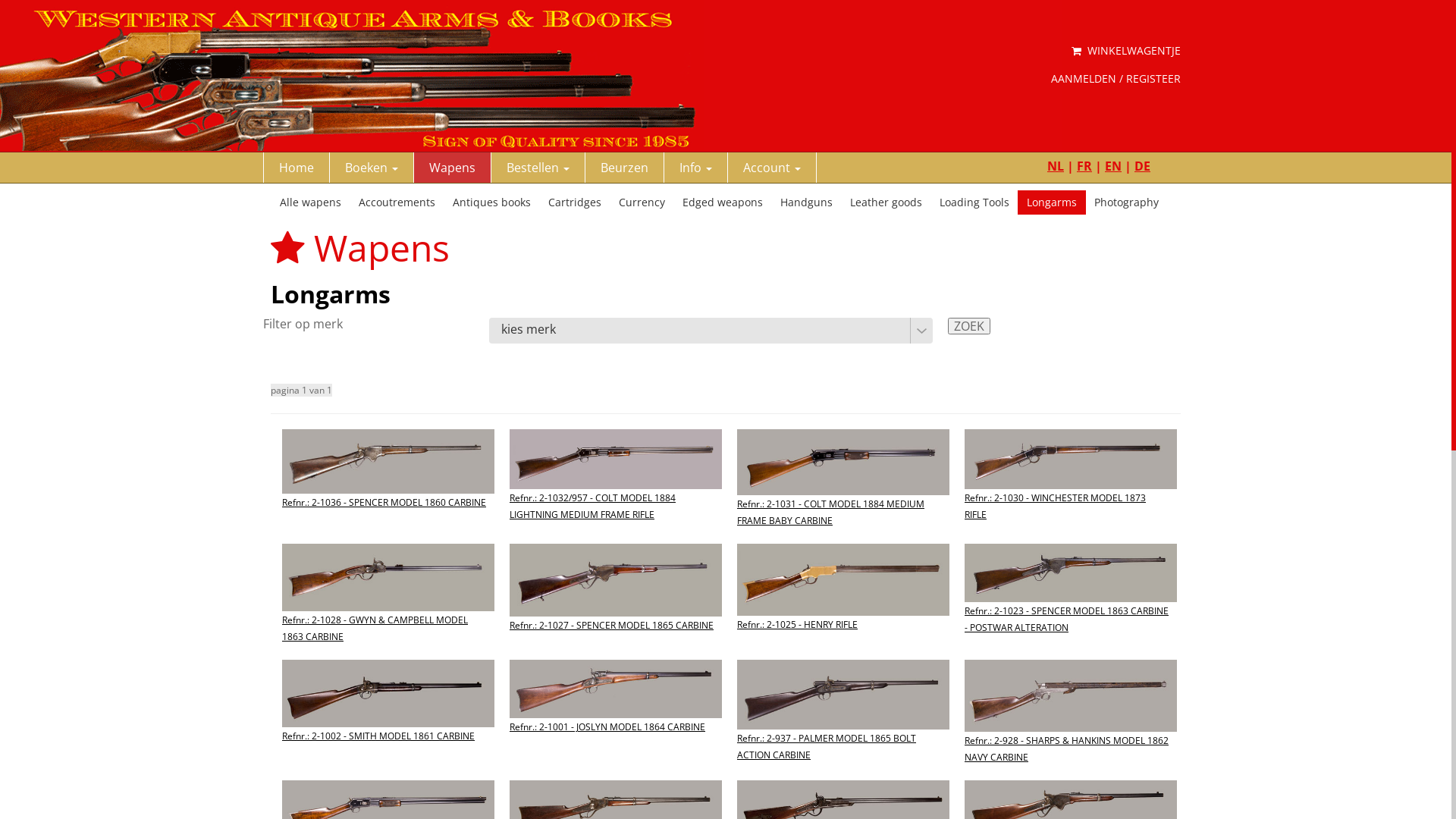  What do you see at coordinates (296, 167) in the screenshot?
I see `'Home'` at bounding box center [296, 167].